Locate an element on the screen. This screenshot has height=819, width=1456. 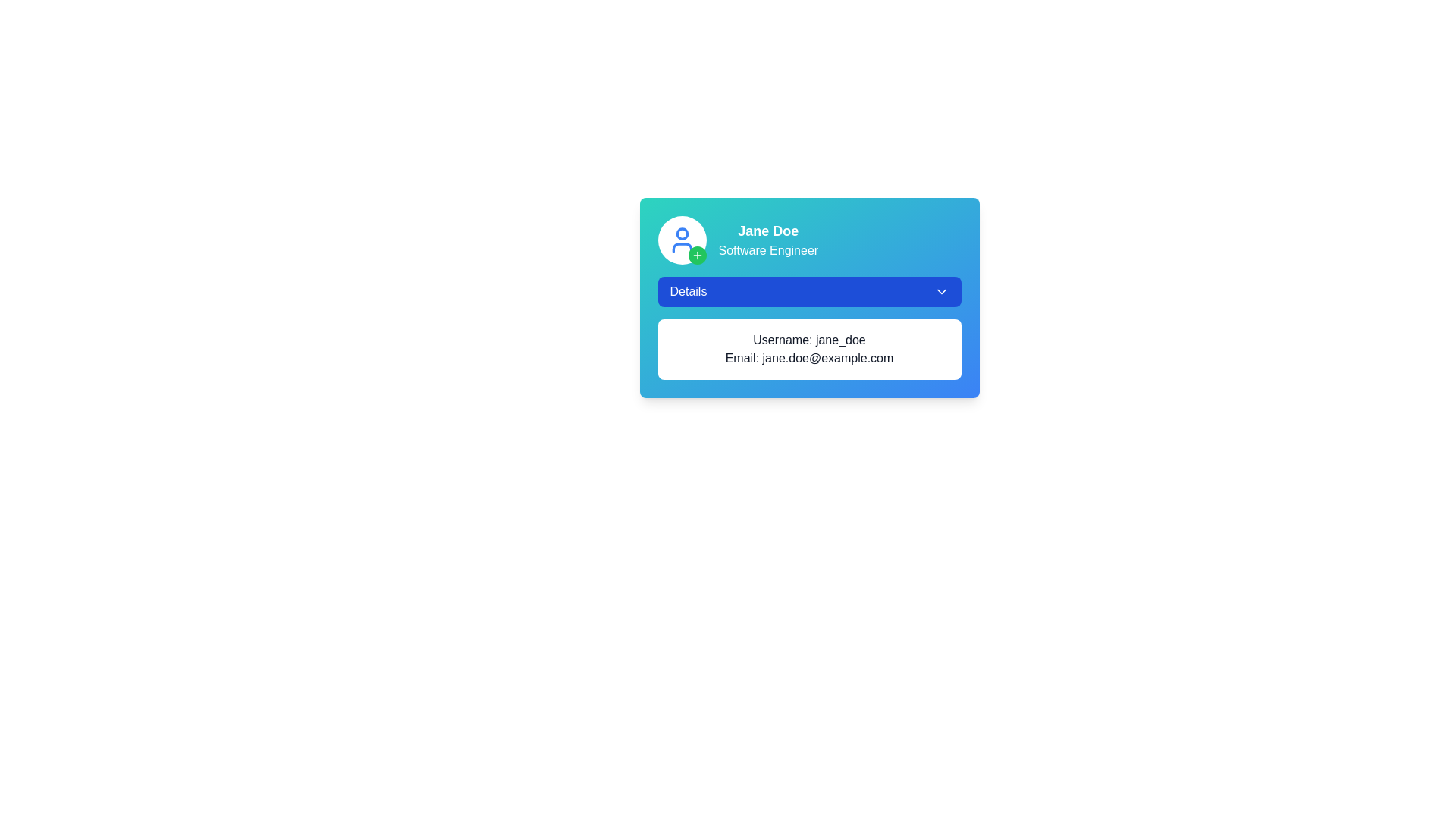
the static text label displaying 'Software Engineer', which is aligned to the left below the name 'Jane Doe' in a card-like section of a blue gradient interface is located at coordinates (768, 250).